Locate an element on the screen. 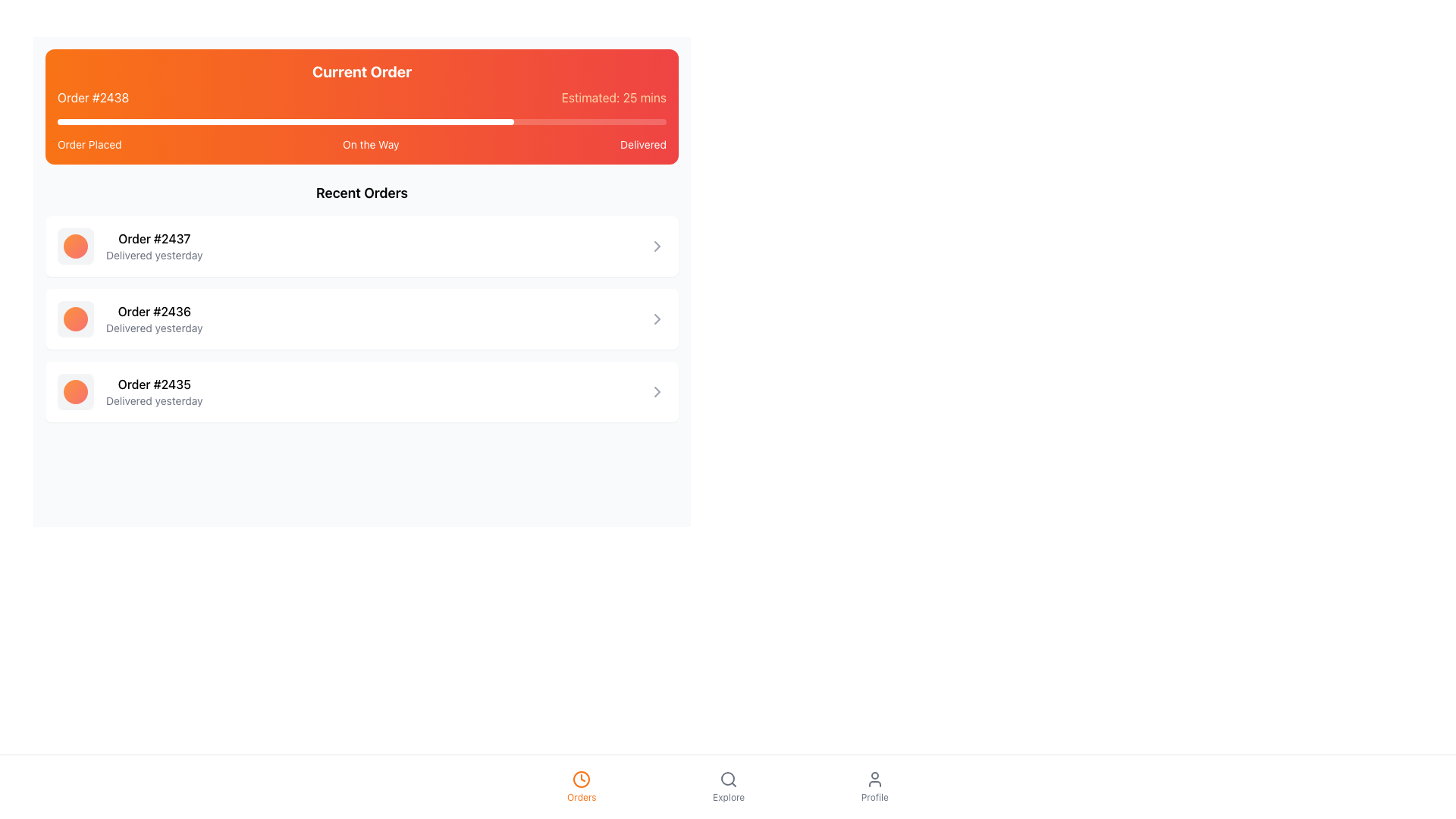 This screenshot has height=819, width=1456. the 'Explore' text label located in the bottom navigation bar, styled in a small font with a neutral color, directly below the magnifying glass icon is located at coordinates (729, 797).